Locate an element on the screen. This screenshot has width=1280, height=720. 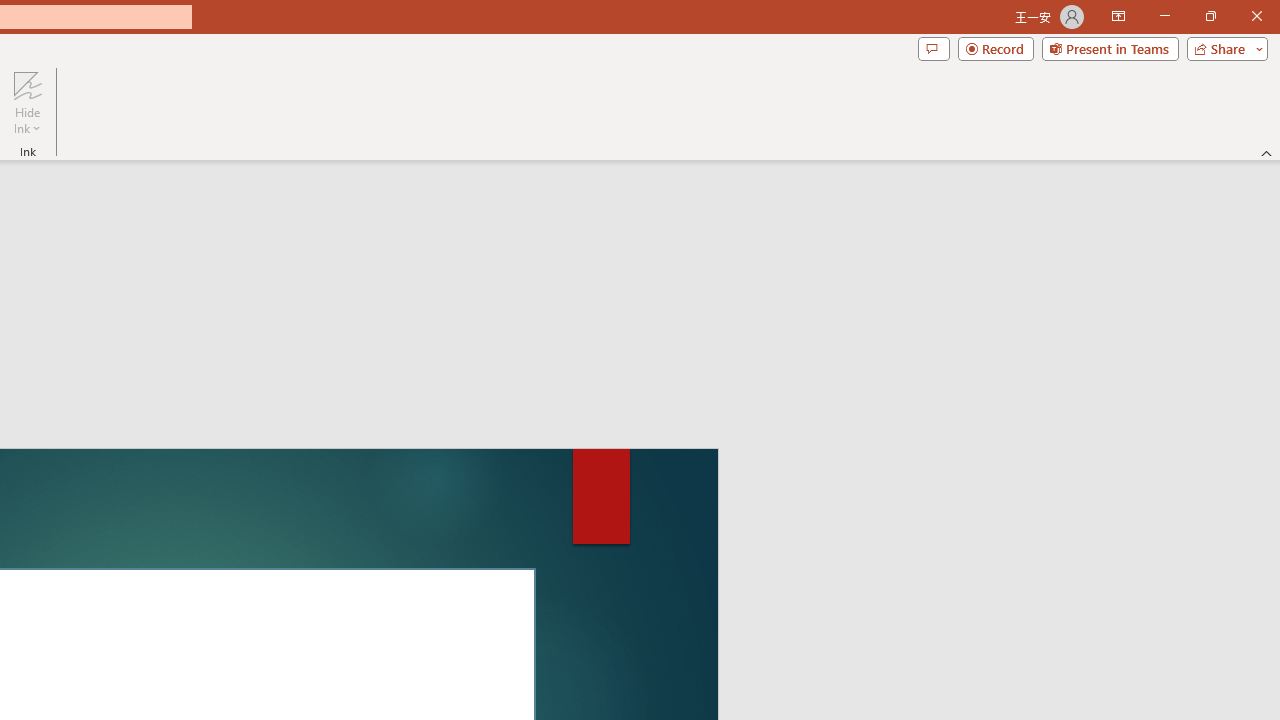
'Hide Ink' is located at coordinates (27, 103).